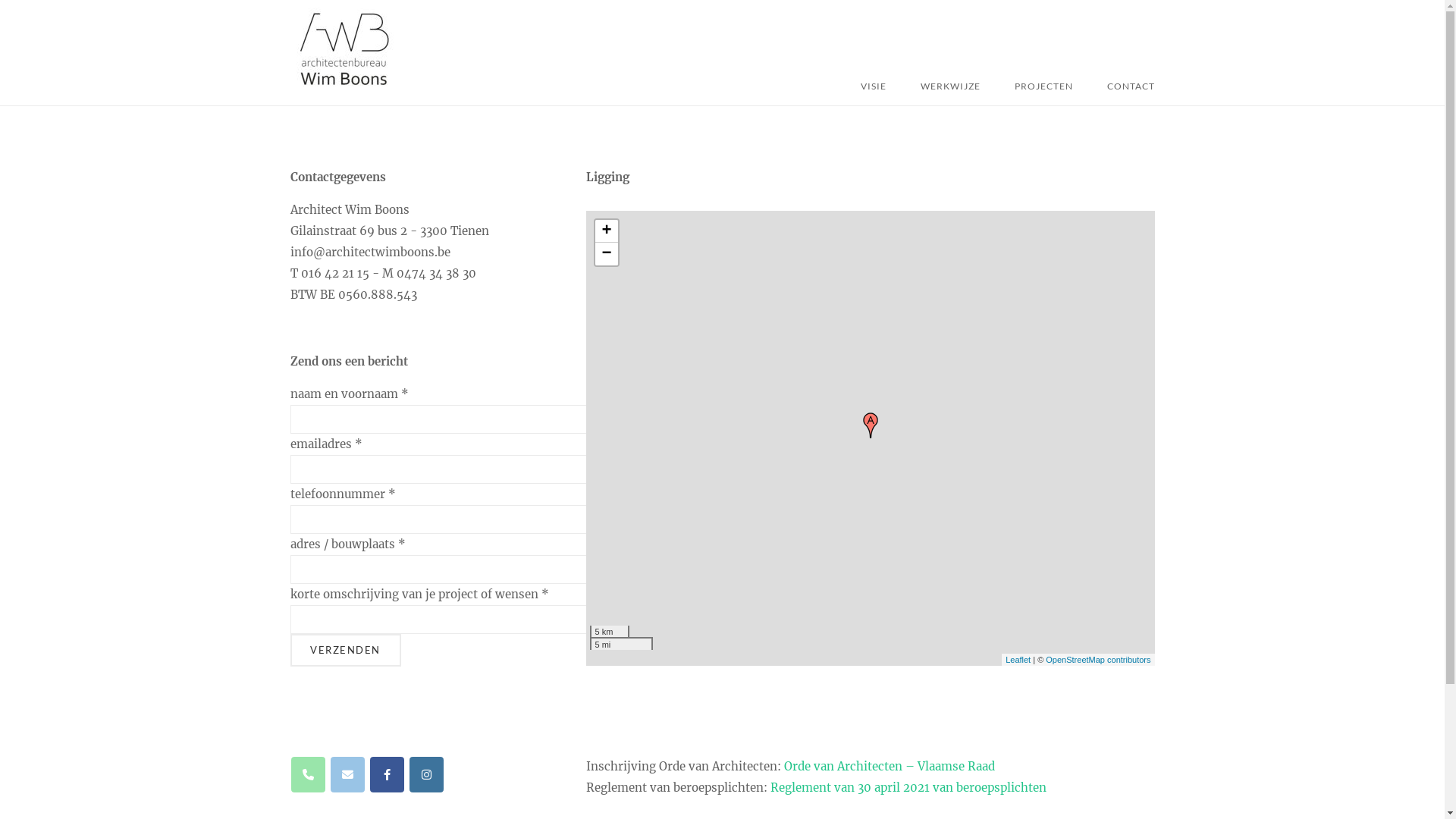 This screenshot has width=1456, height=819. What do you see at coordinates (949, 86) in the screenshot?
I see `'WERKWIJZE'` at bounding box center [949, 86].